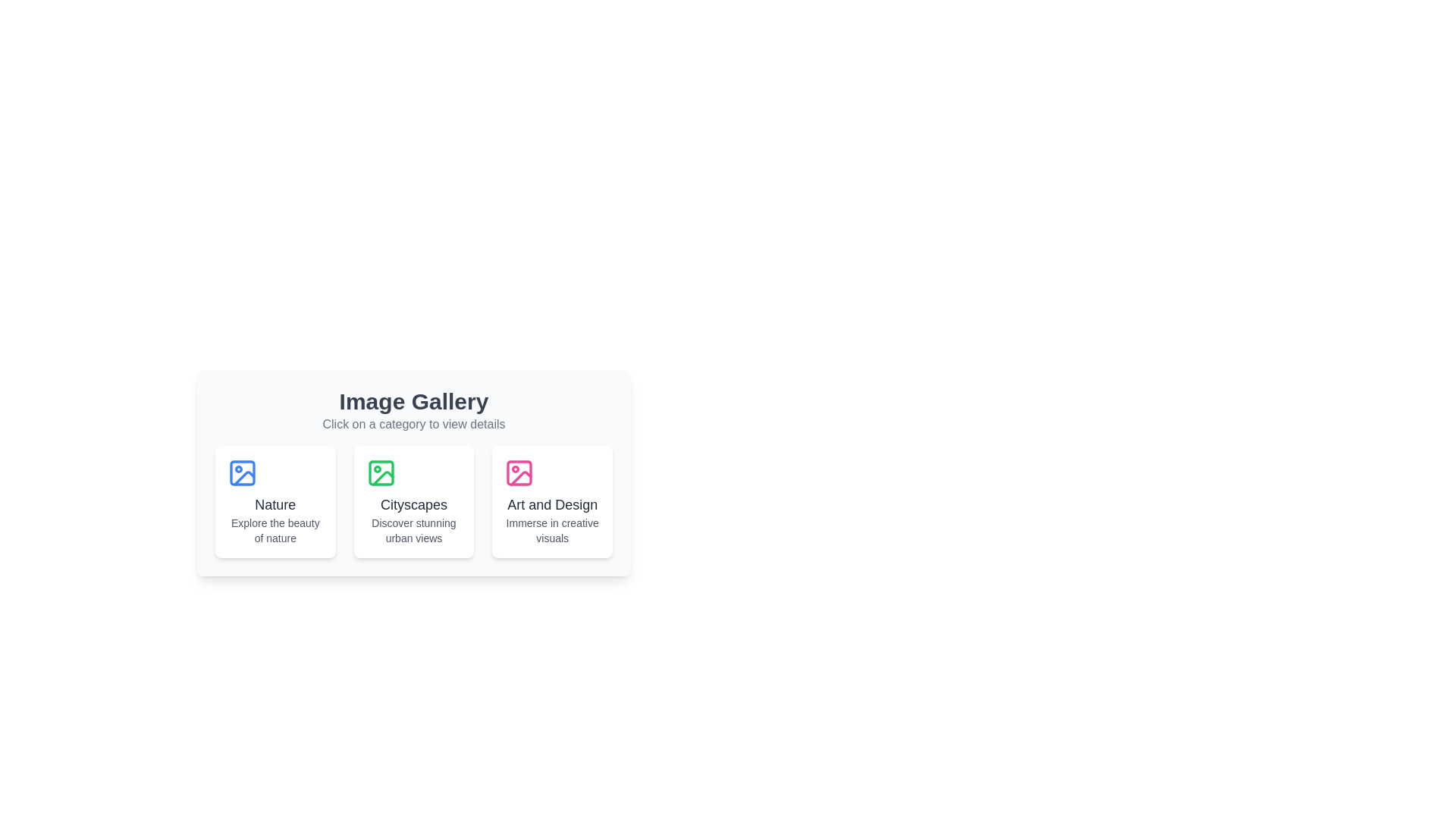 This screenshot has width=1456, height=819. What do you see at coordinates (243, 472) in the screenshot?
I see `the 'Nature' icon located in the leftmost card under the header 'Image Gallery', which represents the concept of 'Nature'` at bounding box center [243, 472].